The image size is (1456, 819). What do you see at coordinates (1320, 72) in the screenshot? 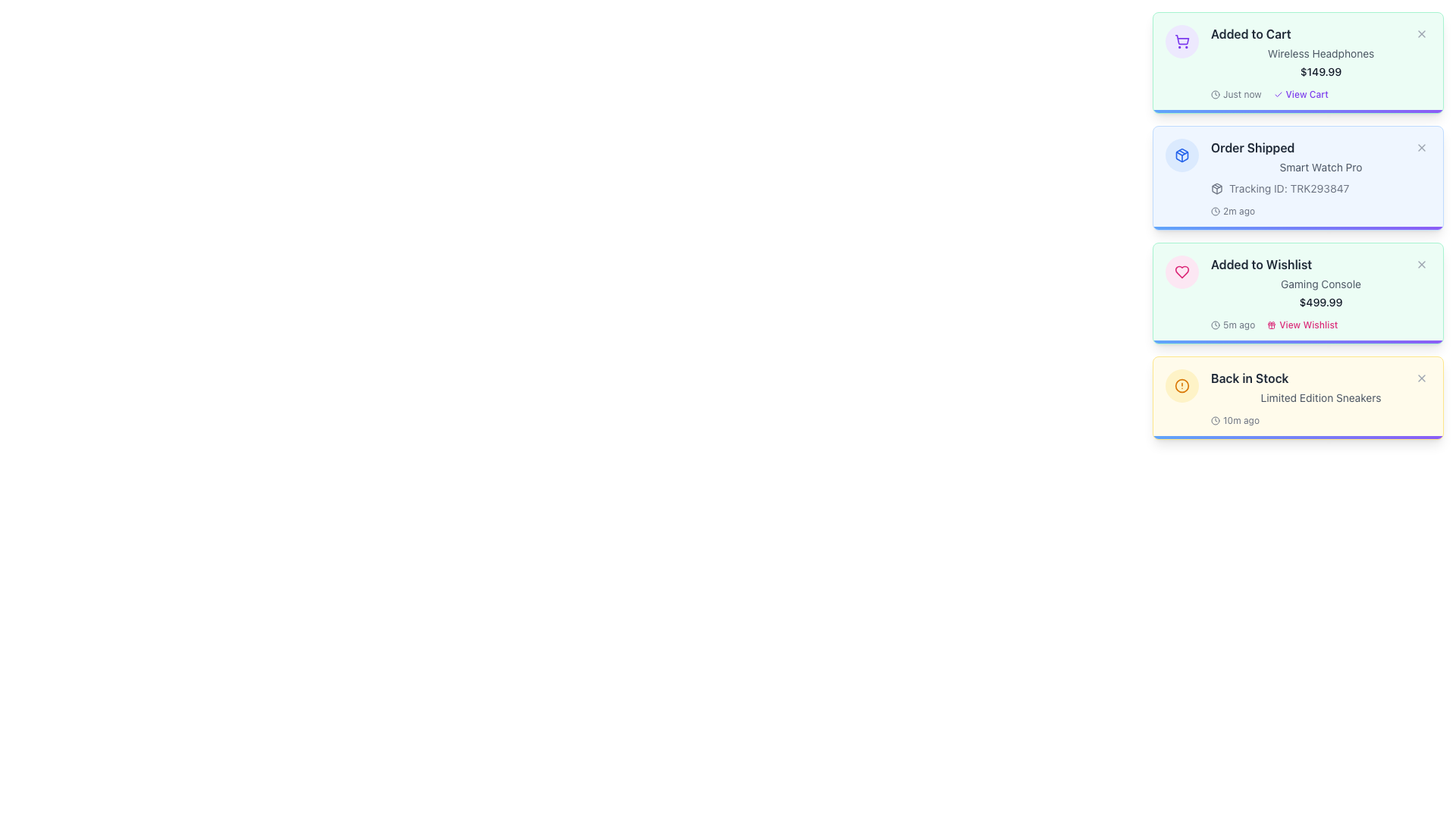
I see `the text label displaying the price of 'Wireless Headphones' in the notification card labeled 'Added to Cart'` at bounding box center [1320, 72].